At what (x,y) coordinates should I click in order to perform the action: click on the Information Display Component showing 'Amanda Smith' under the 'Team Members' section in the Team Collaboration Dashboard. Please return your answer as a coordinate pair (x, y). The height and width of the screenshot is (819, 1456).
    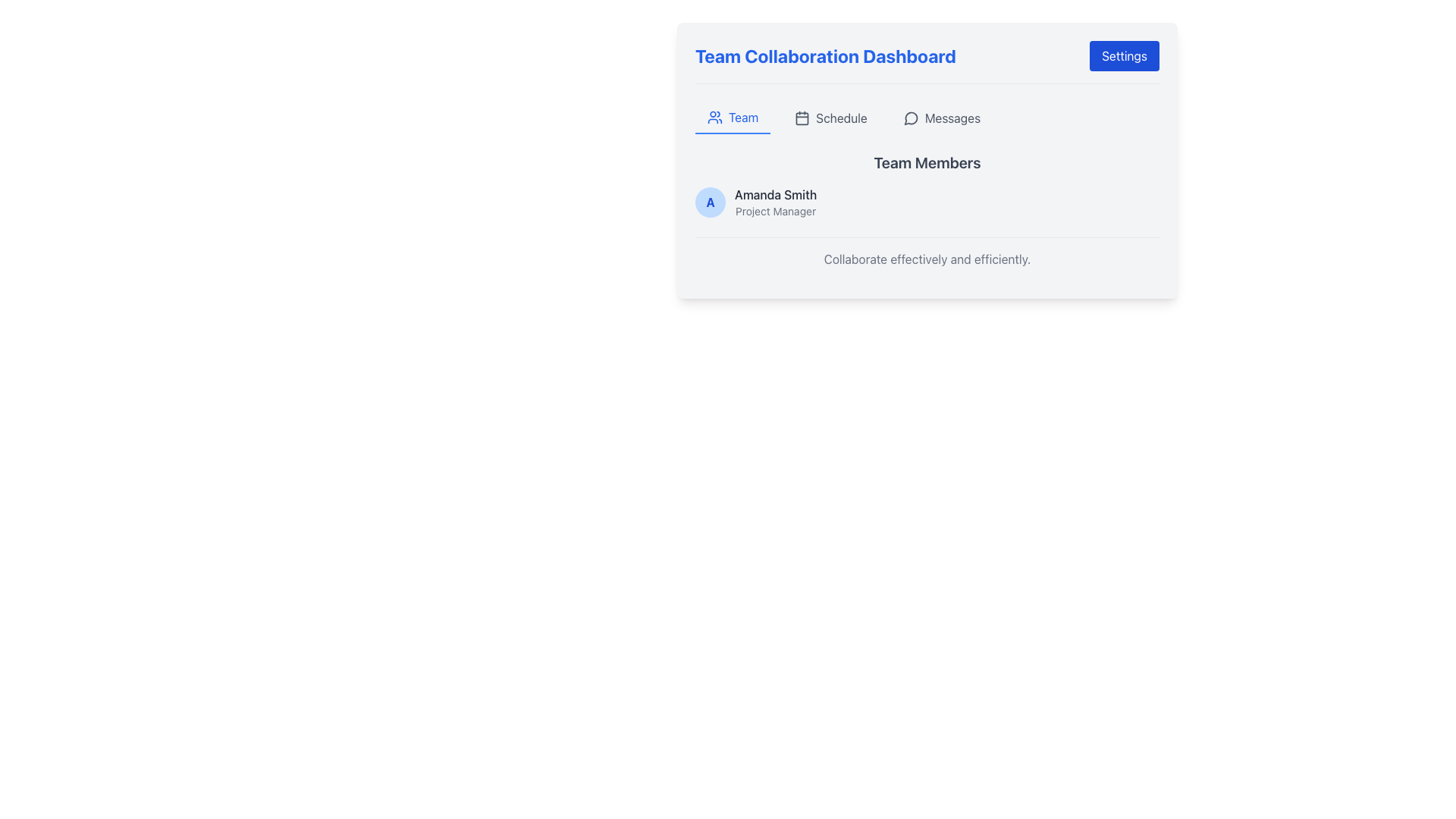
    Looking at the image, I should click on (927, 185).